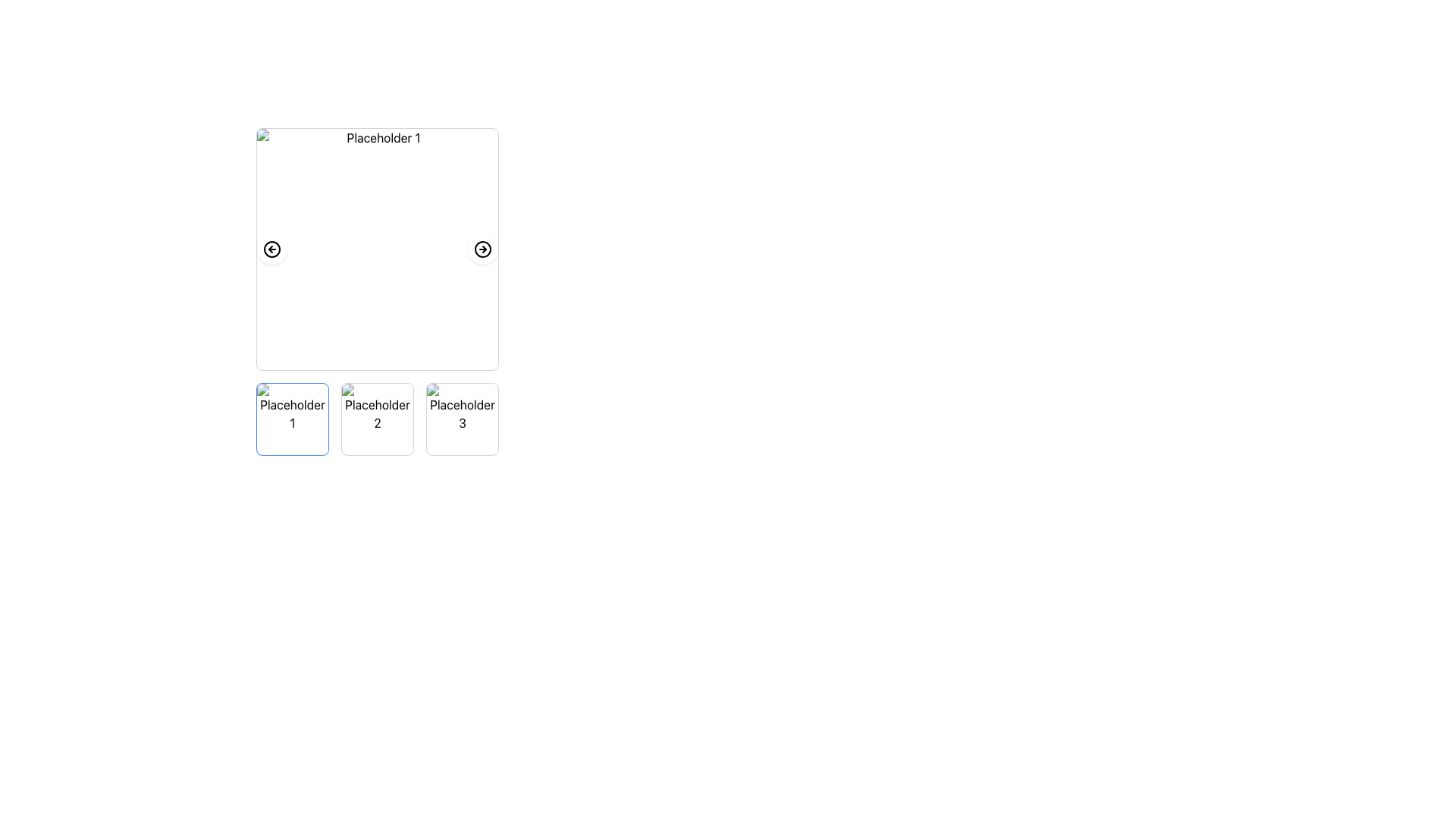  I want to click on the left navigational button of the carousel, which is located on the left side of the item titled 'Placeholder 1', so click(272, 248).